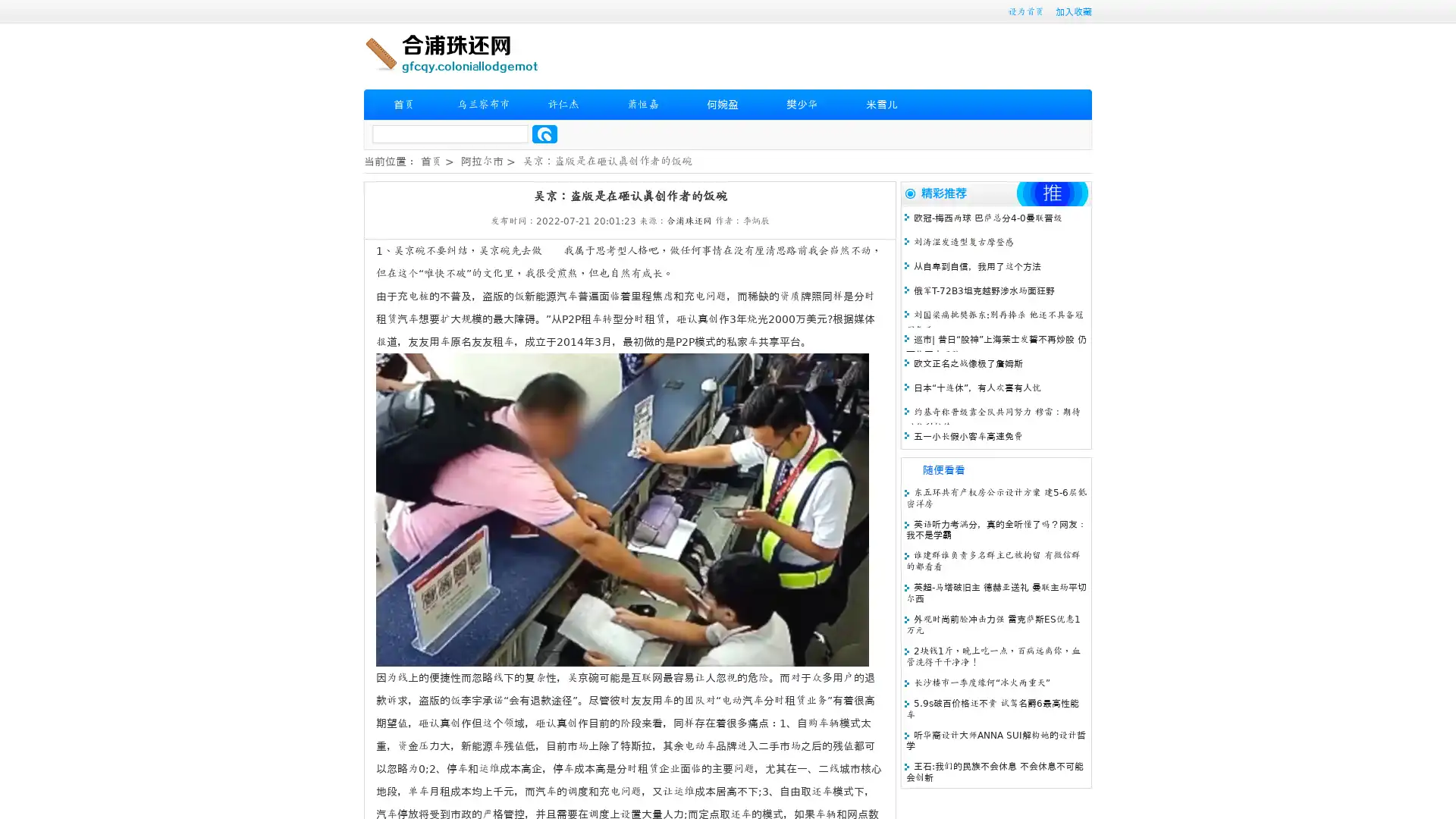  I want to click on Search, so click(544, 133).